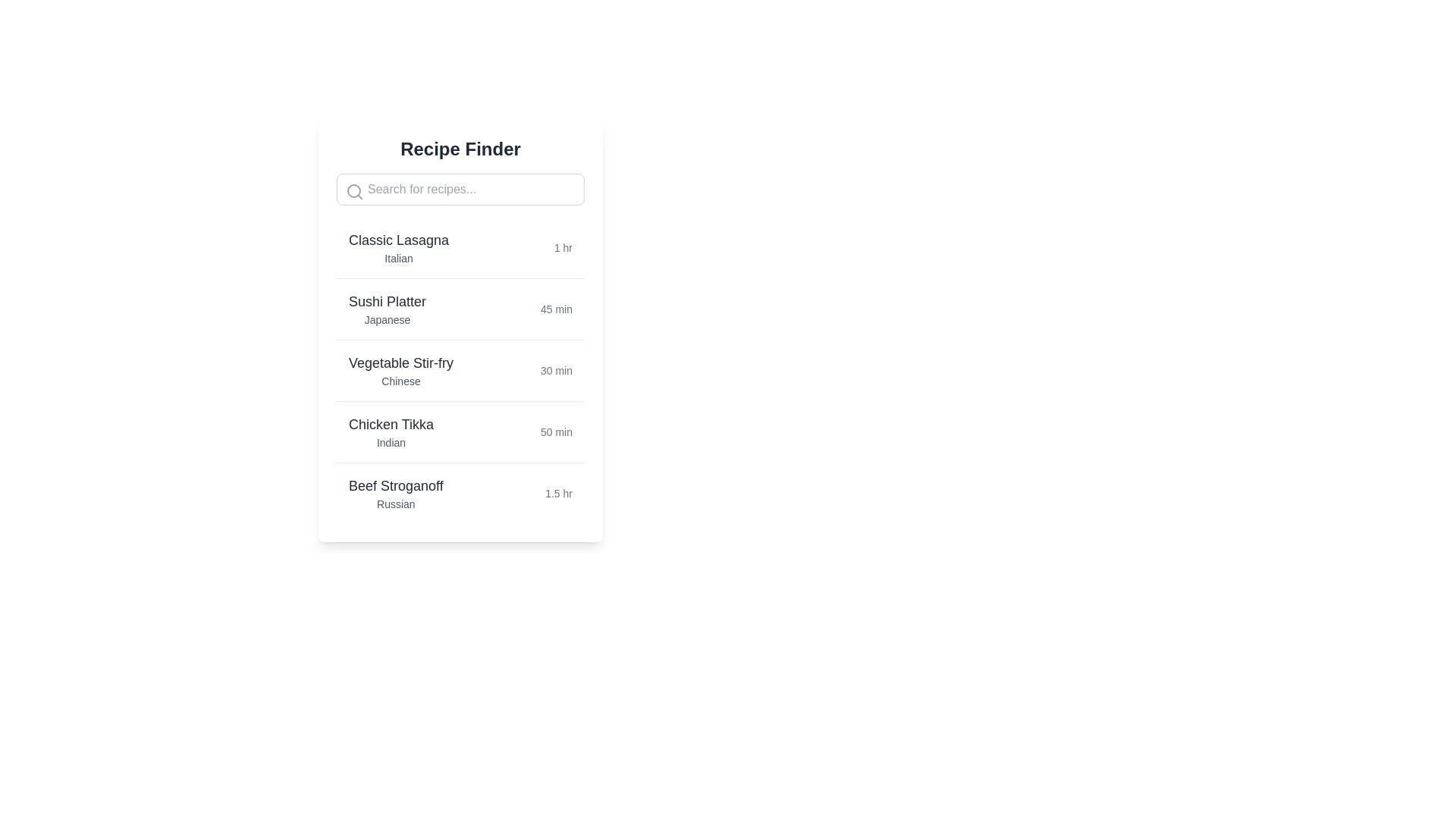 This screenshot has height=819, width=1456. Describe the element at coordinates (388, 309) in the screenshot. I see `the 'Sushi Platter' text label in the Recipe Finder menu, which is located between 'Classic Lasagna' and 'Vegetable Stir-fry'` at that location.